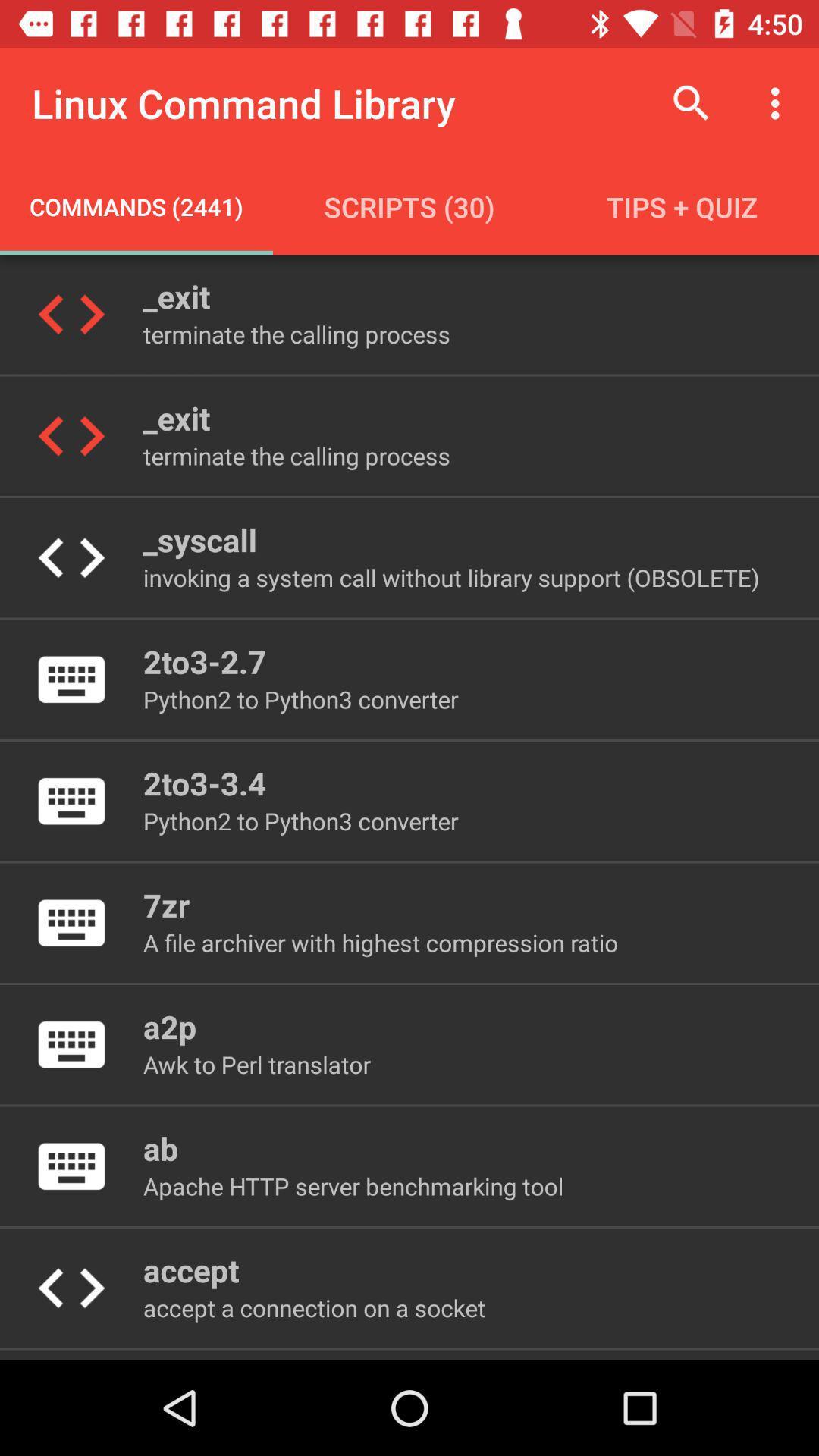 This screenshot has height=1456, width=819. Describe the element at coordinates (691, 102) in the screenshot. I see `icon next to the linux command library item` at that location.